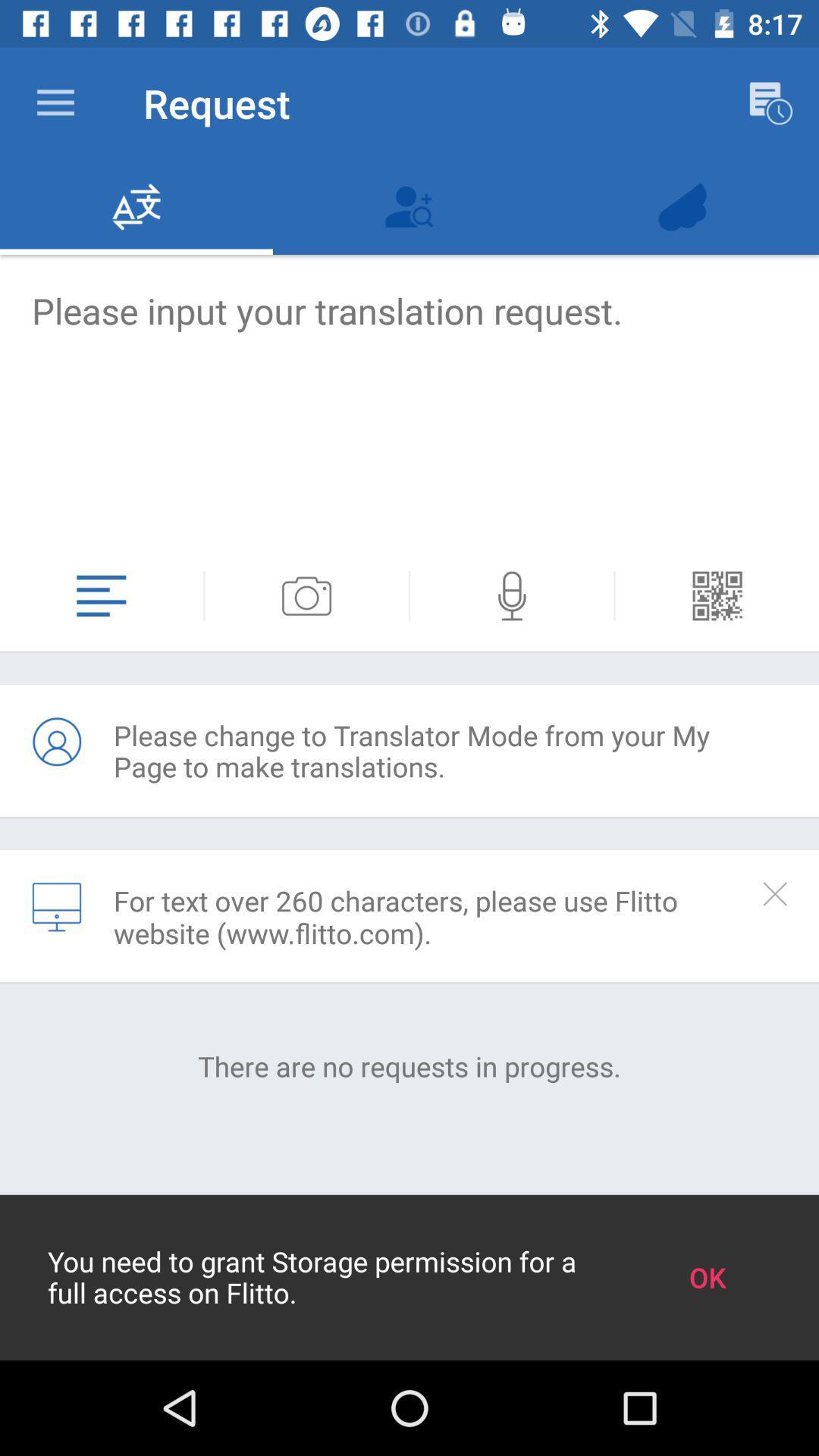 Image resolution: width=819 pixels, height=1456 pixels. I want to click on the app below please input your, so click(203, 595).